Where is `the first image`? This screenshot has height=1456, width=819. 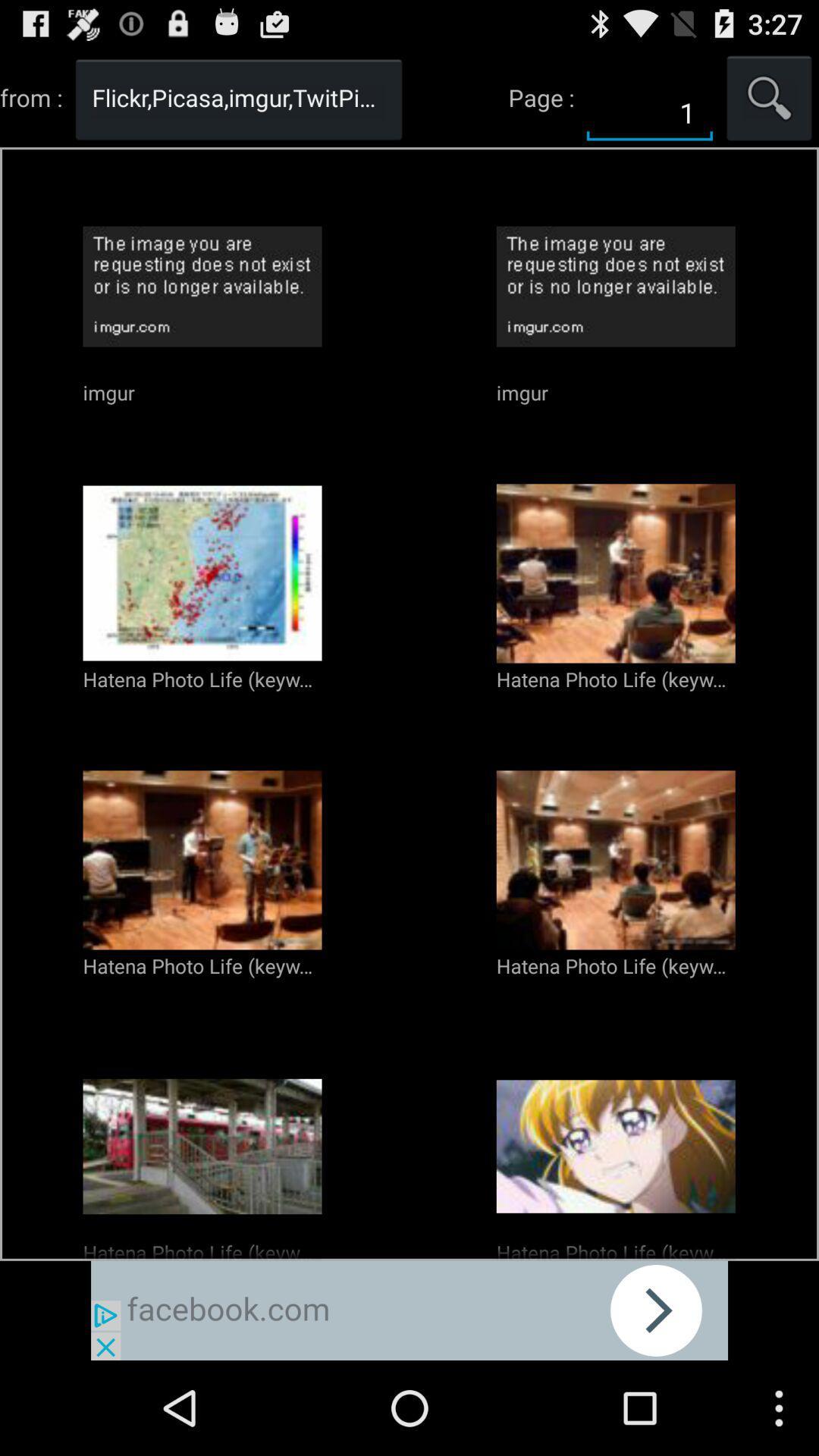
the first image is located at coordinates (202, 573).